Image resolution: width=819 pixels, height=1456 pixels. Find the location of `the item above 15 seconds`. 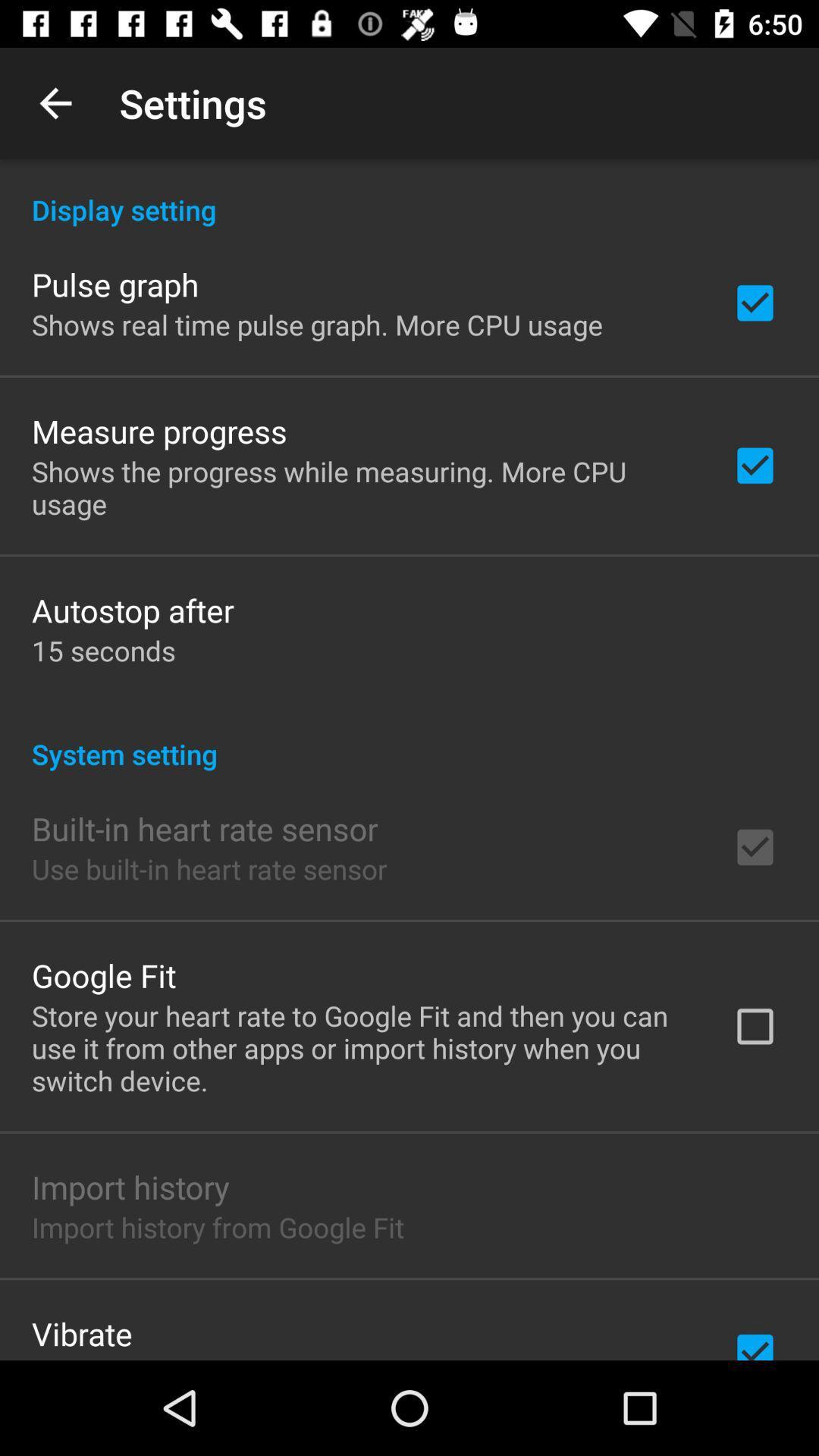

the item above 15 seconds is located at coordinates (132, 610).